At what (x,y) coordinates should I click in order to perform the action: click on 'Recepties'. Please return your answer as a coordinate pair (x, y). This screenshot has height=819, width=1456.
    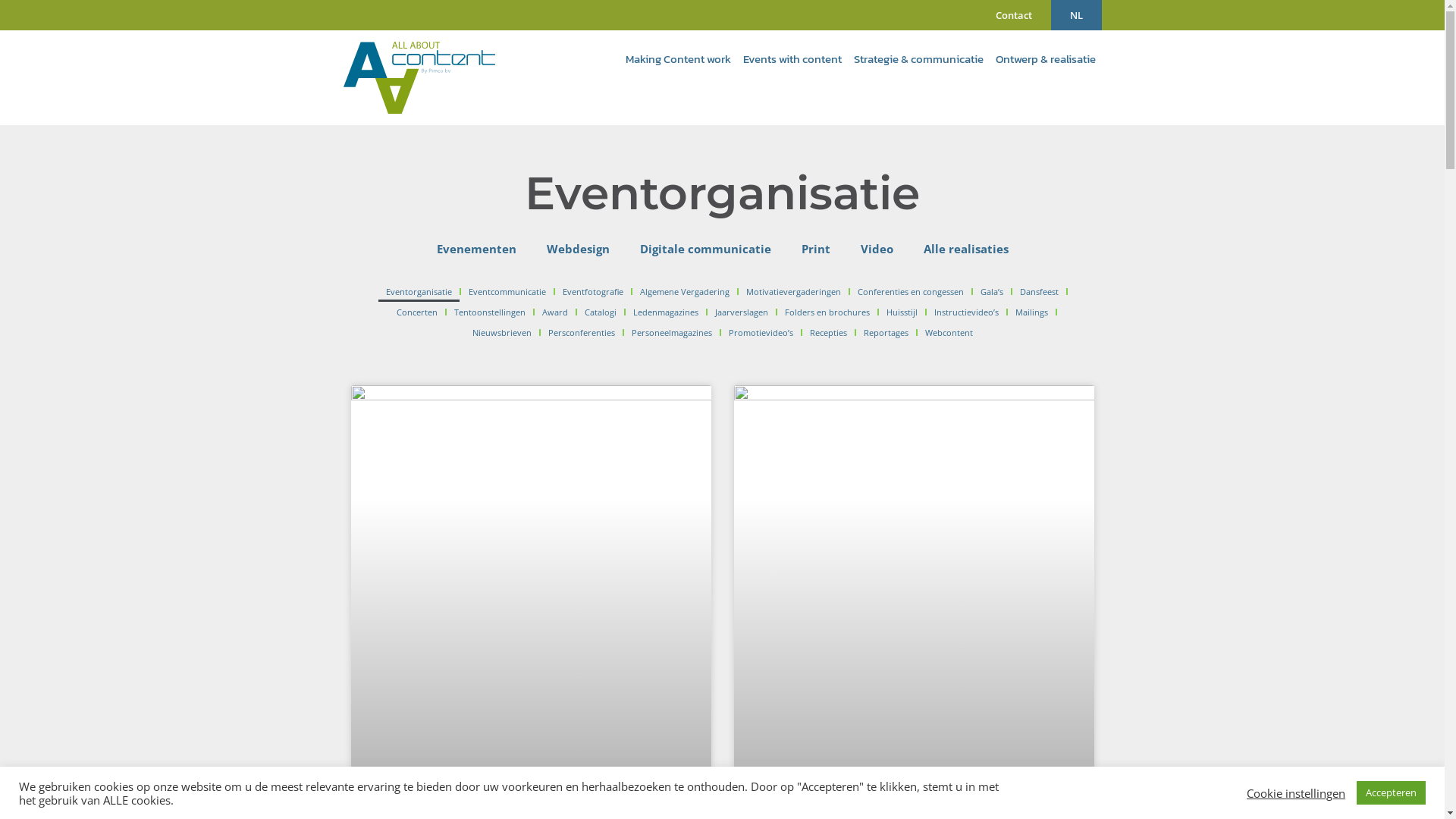
    Looking at the image, I should click on (827, 332).